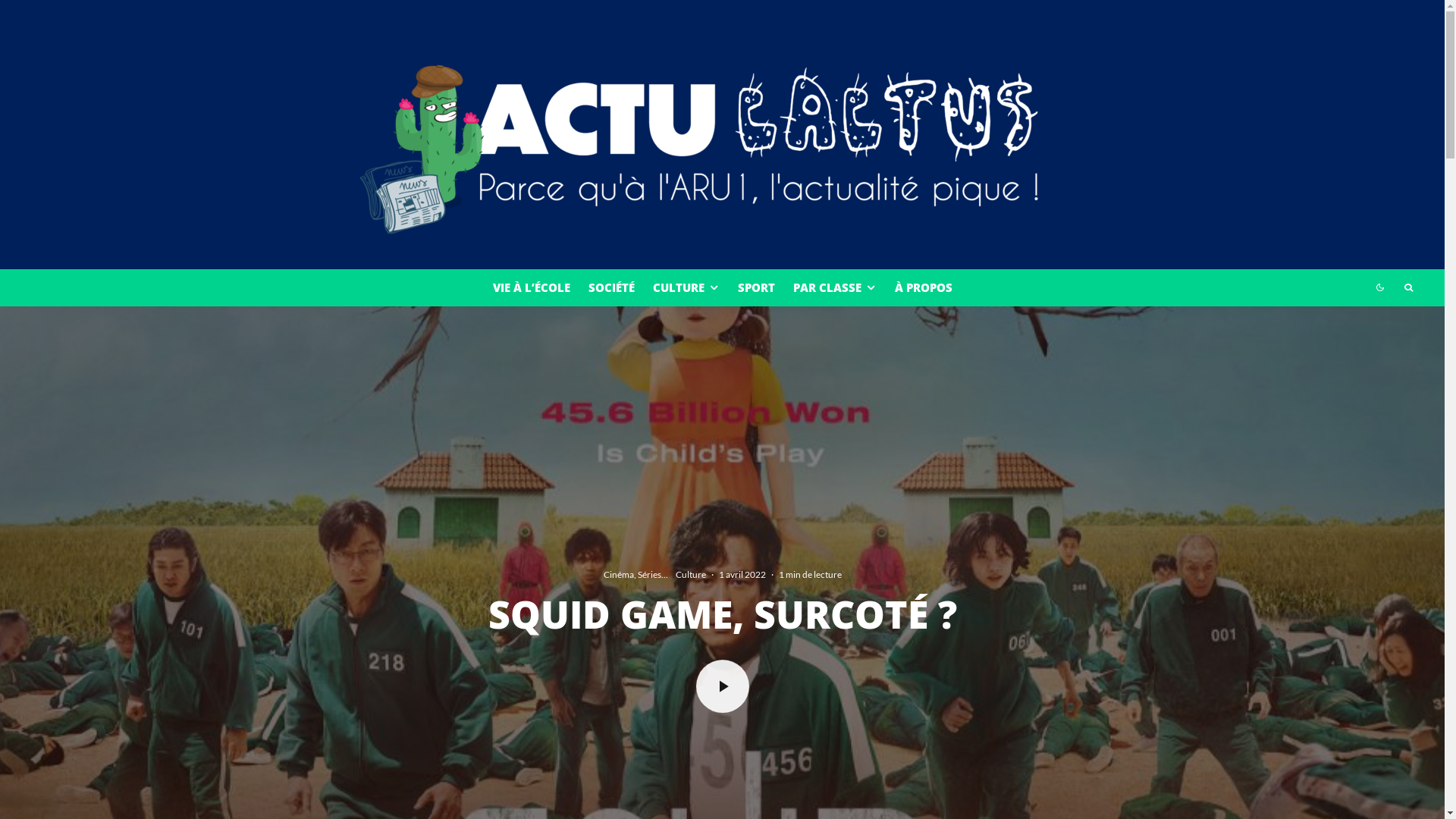 This screenshot has width=1456, height=819. What do you see at coordinates (689, 575) in the screenshot?
I see `'Culture'` at bounding box center [689, 575].